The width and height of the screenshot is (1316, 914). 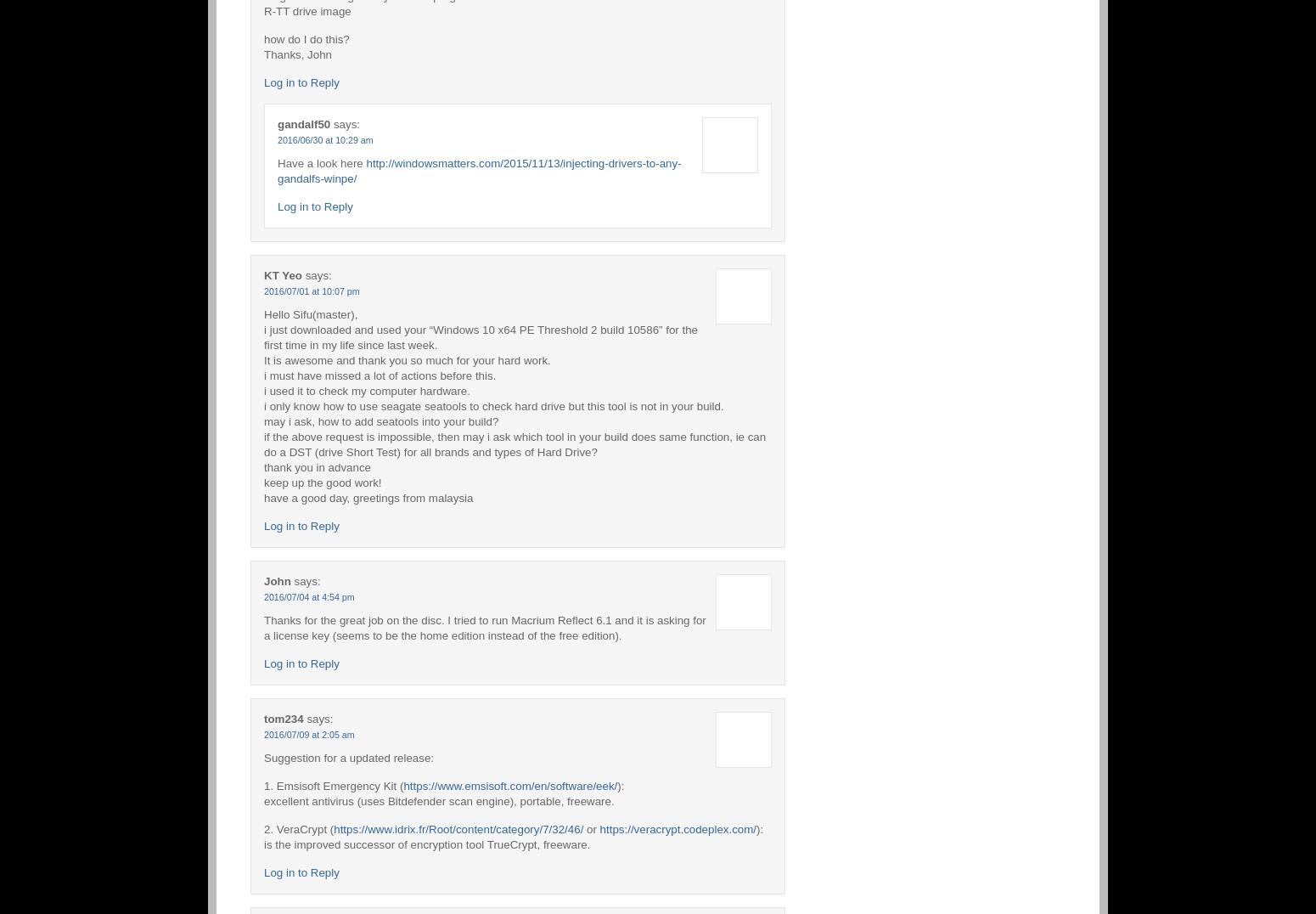 What do you see at coordinates (298, 828) in the screenshot?
I see `'2. VeraCrypt ('` at bounding box center [298, 828].